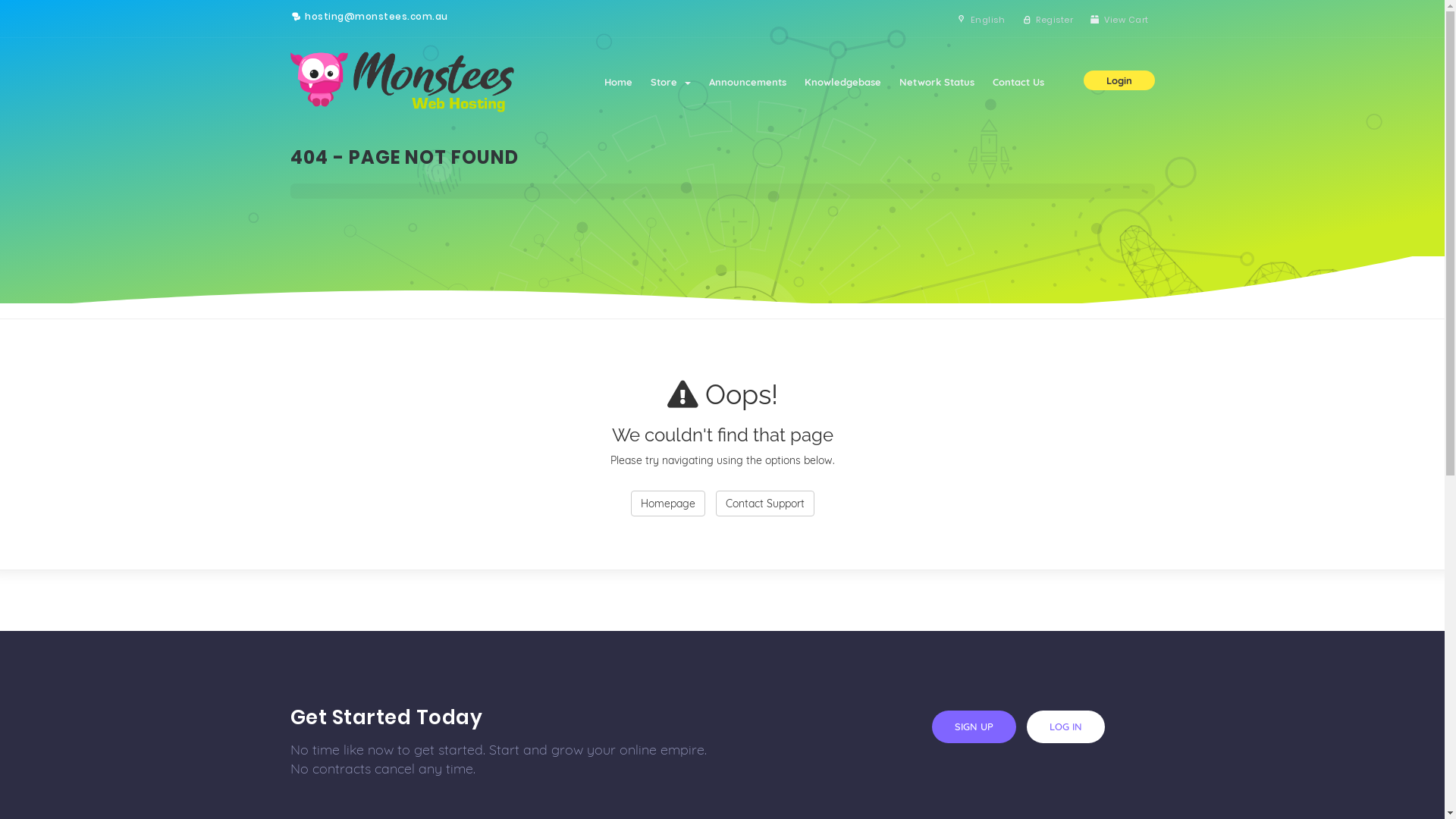 This screenshot has height=819, width=1456. Describe the element at coordinates (1081, 20) in the screenshot. I see `'View Cart'` at that location.